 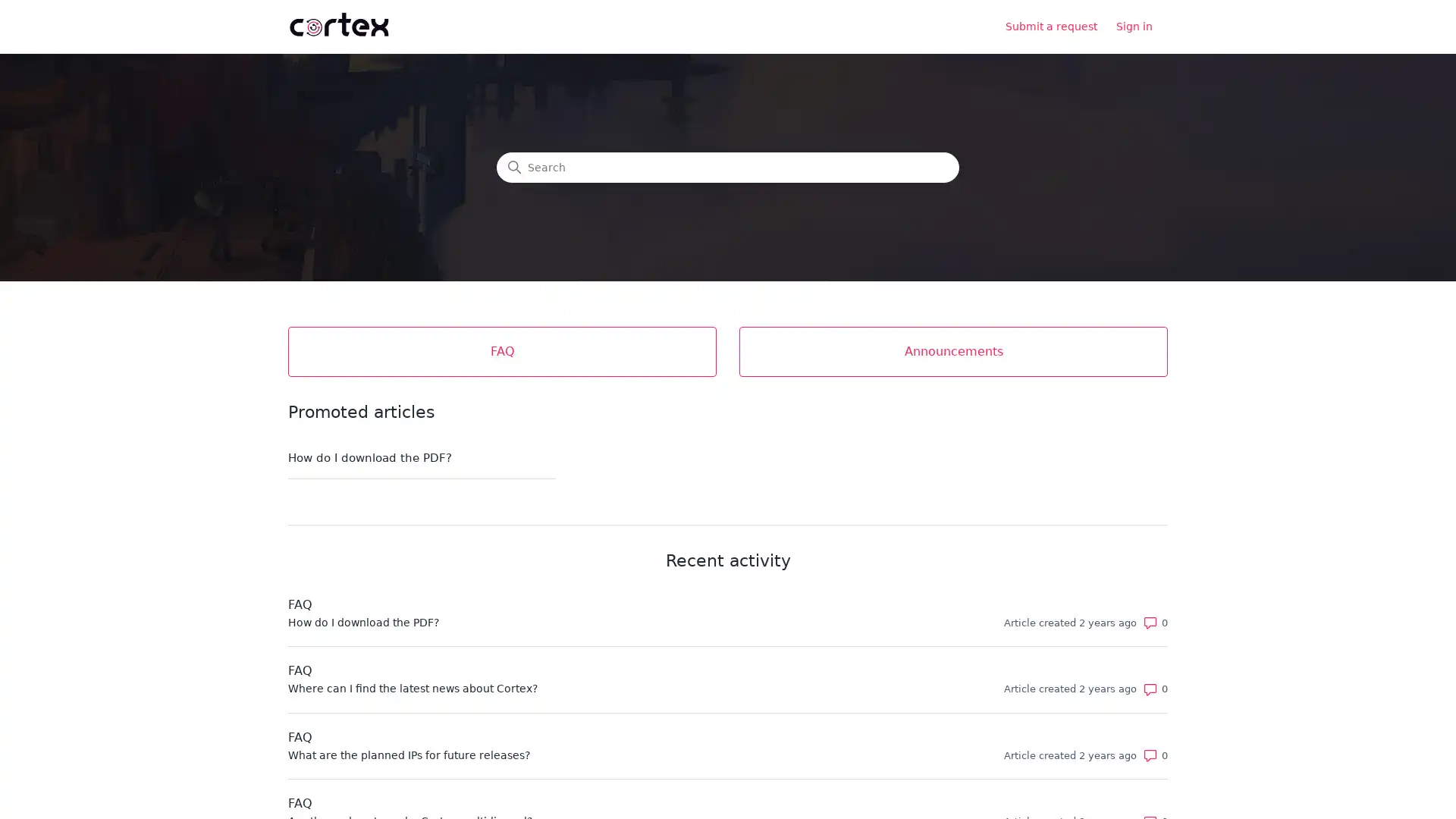 What do you see at coordinates (1142, 27) in the screenshot?
I see `Sign in` at bounding box center [1142, 27].